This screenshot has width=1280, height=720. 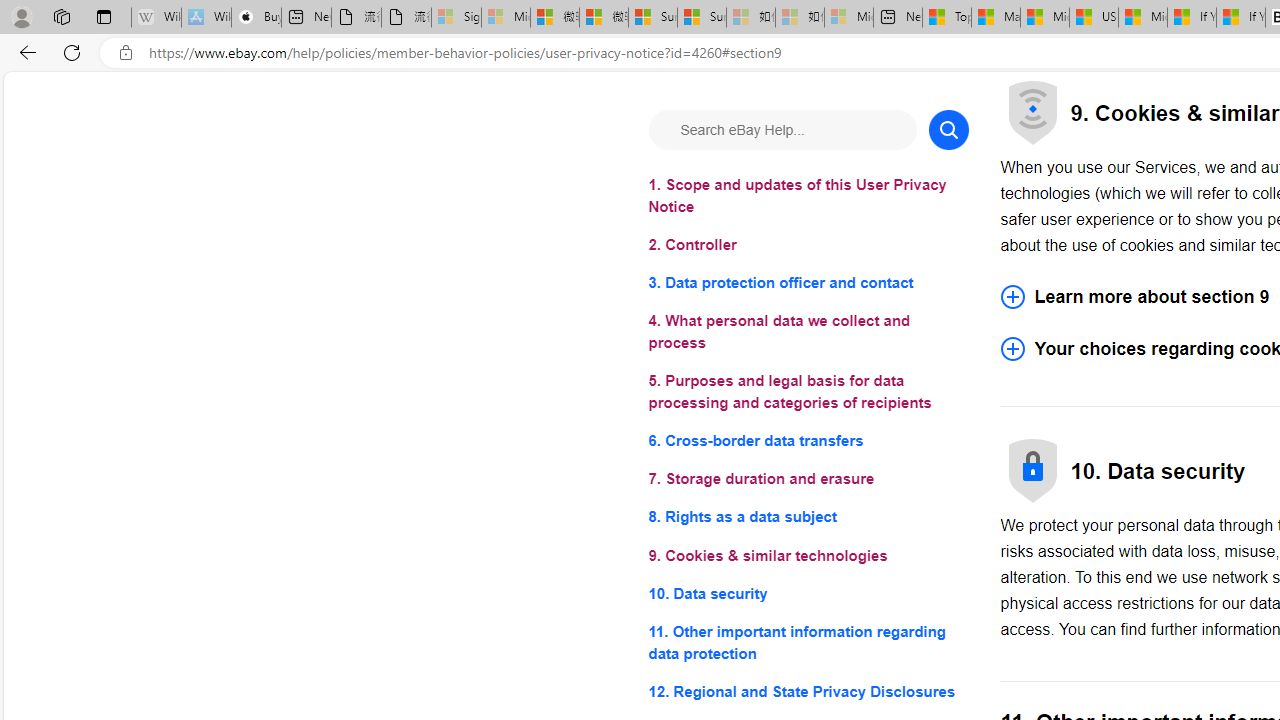 I want to click on '9. Cookies & similar technologies', so click(x=808, y=555).